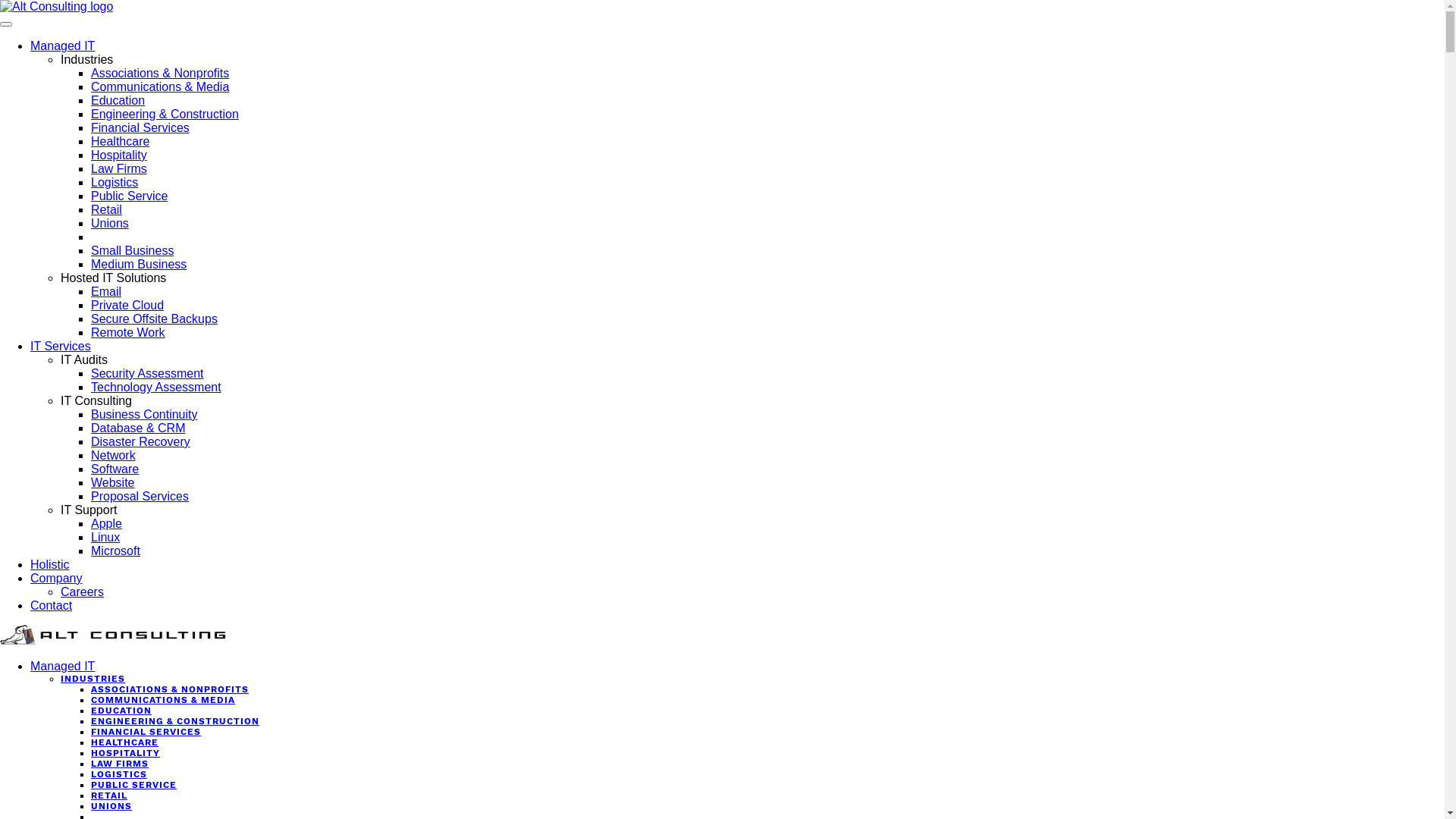  Describe the element at coordinates (118, 155) in the screenshot. I see `'Hospitality'` at that location.